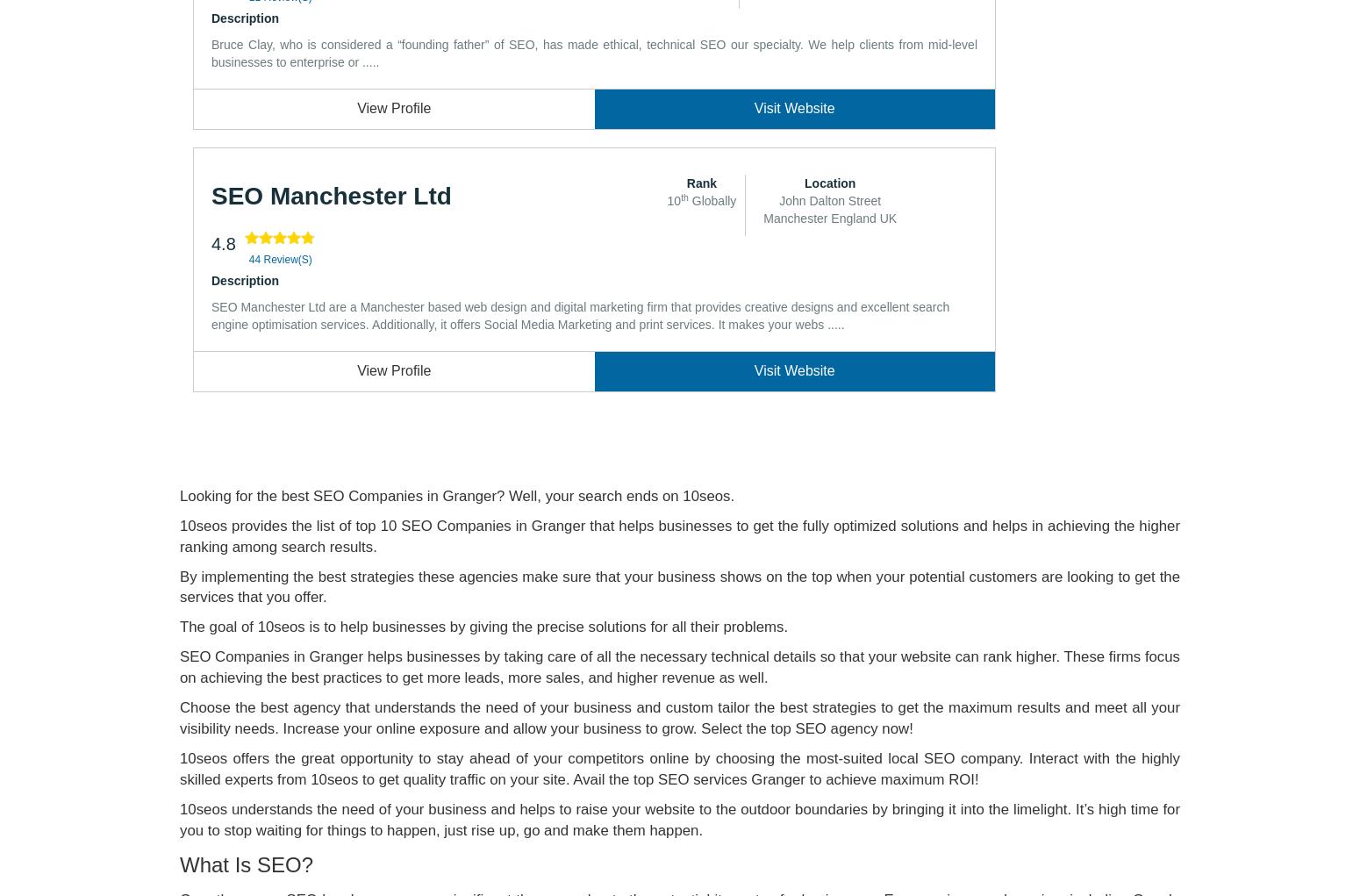 This screenshot has height=896, width=1360. What do you see at coordinates (179, 717) in the screenshot?
I see `'Choose the best agency that understands the need of your business and custom tailor the best strategies to get the maximum results and meet all your visibility needs. Increase your online exposure and allow your business to grow. Select the top SEO agency now!'` at bounding box center [179, 717].